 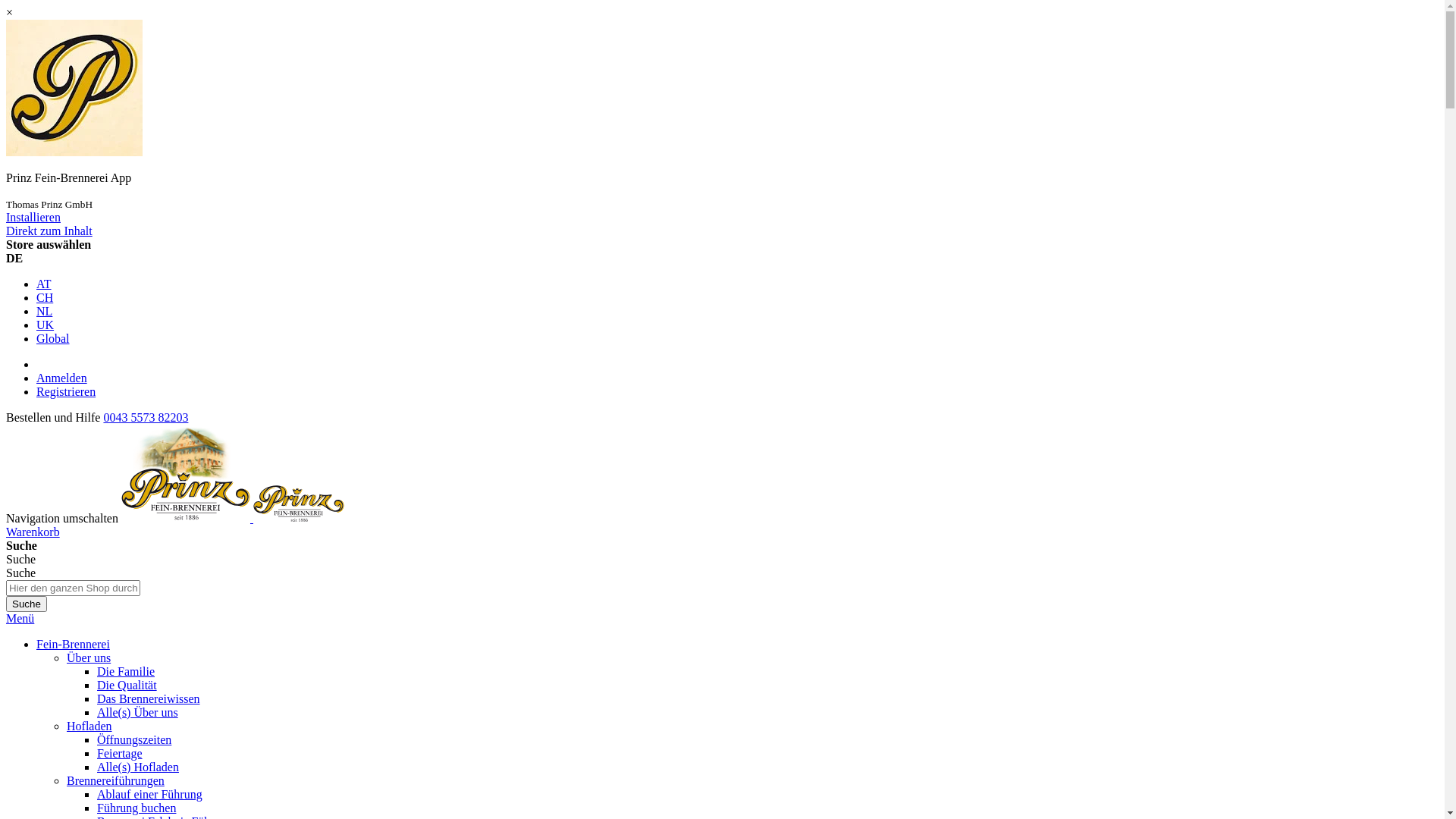 What do you see at coordinates (64, 391) in the screenshot?
I see `'Registrieren'` at bounding box center [64, 391].